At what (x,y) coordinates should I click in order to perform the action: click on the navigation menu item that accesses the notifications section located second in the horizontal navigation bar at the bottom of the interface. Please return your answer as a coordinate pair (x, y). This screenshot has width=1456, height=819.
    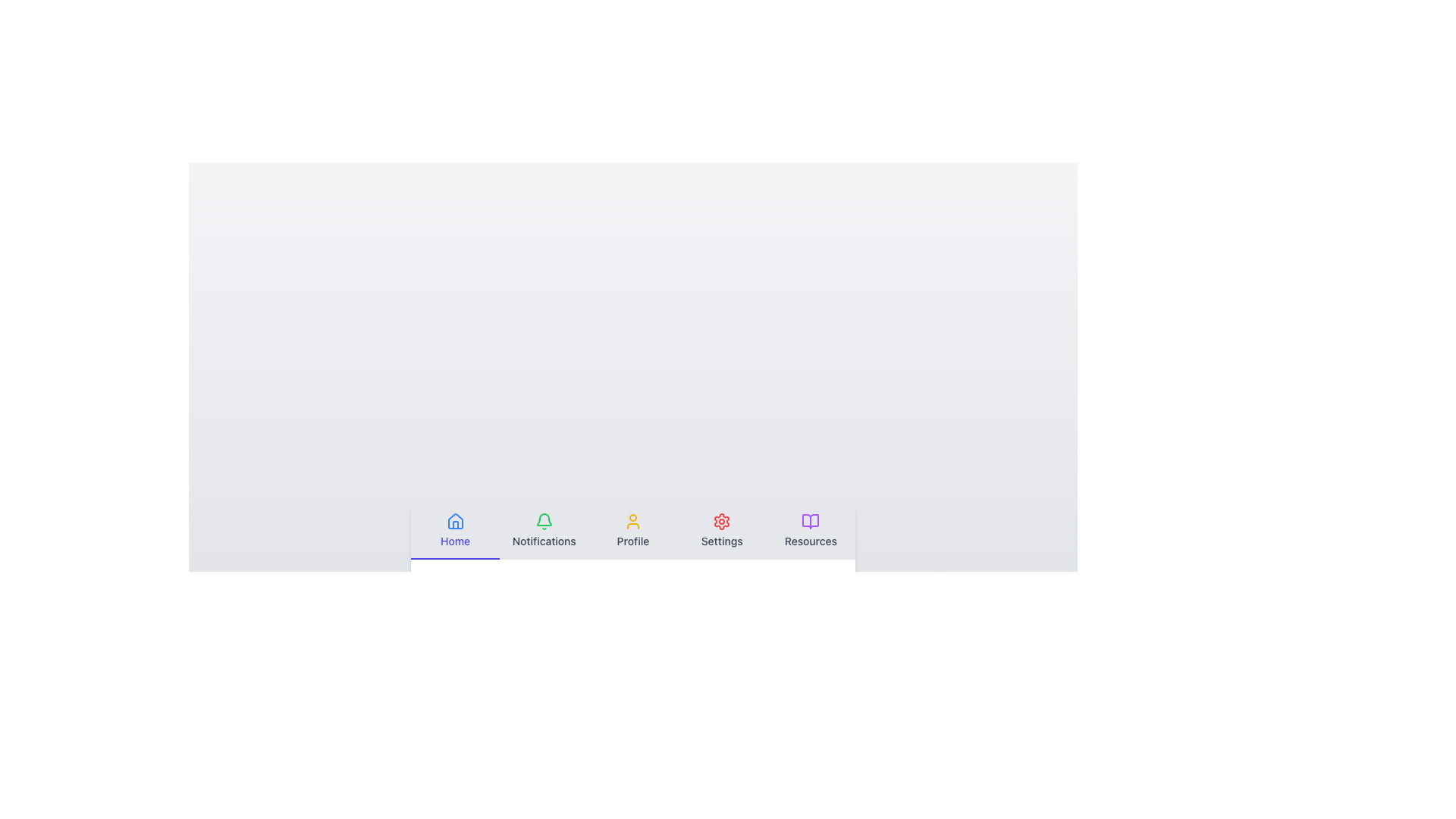
    Looking at the image, I should click on (544, 529).